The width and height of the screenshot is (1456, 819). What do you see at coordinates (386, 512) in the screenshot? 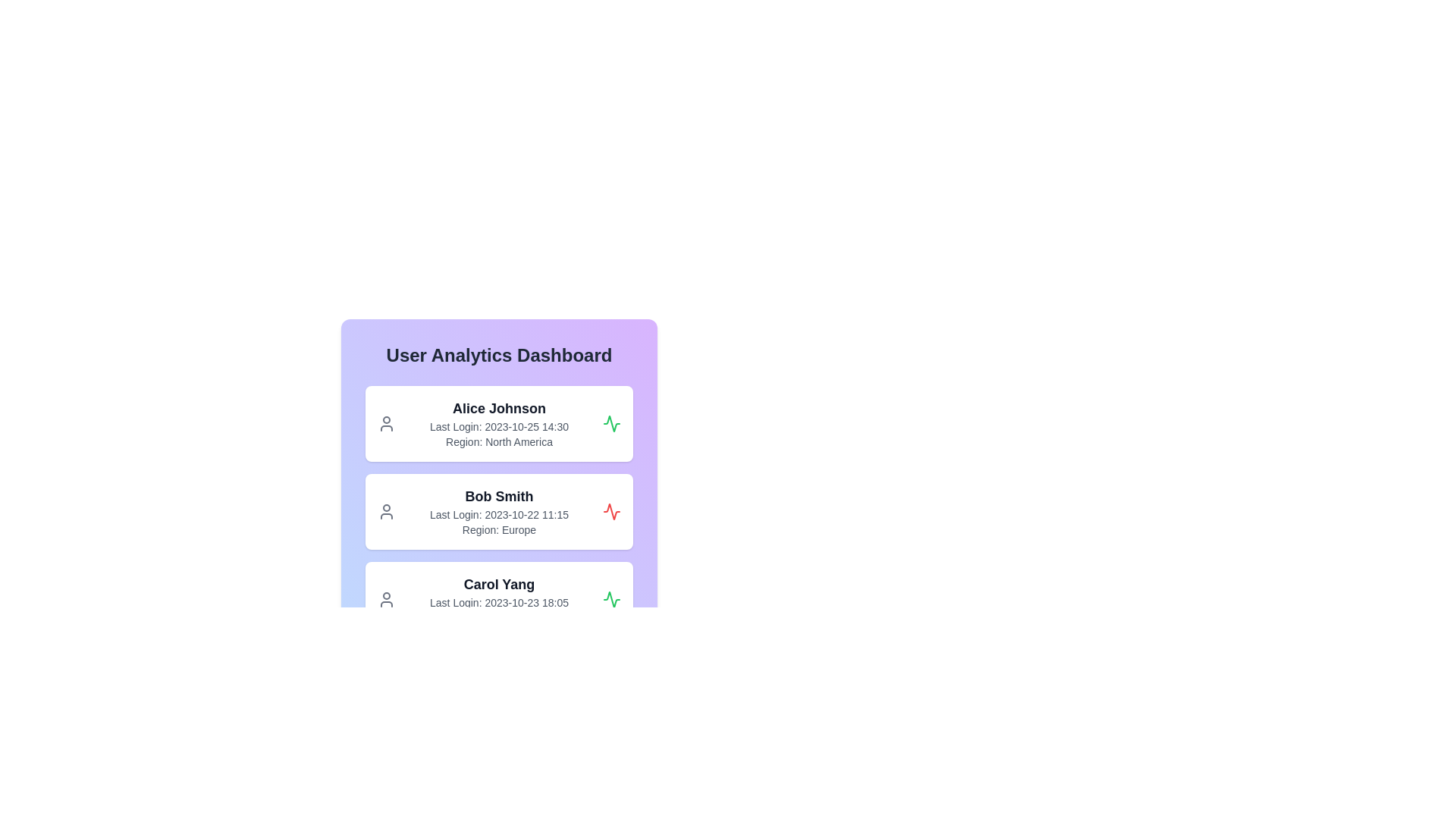
I see `the user figure icon displayed in grayscale, which features a circular head and a semi-elliptical body, located to the left of the text 'Bob Smith'` at bounding box center [386, 512].